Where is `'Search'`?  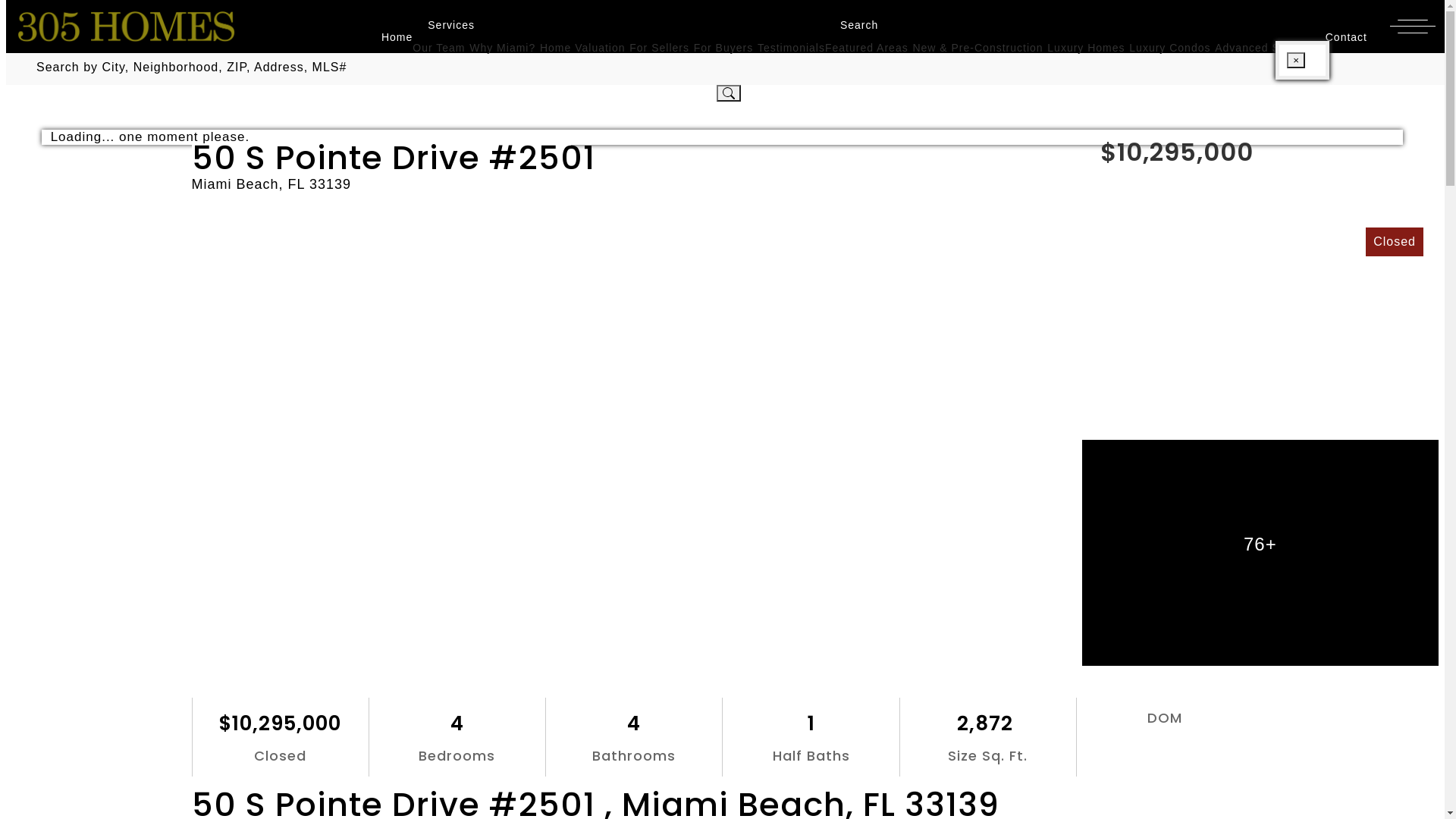 'Search' is located at coordinates (852, 25).